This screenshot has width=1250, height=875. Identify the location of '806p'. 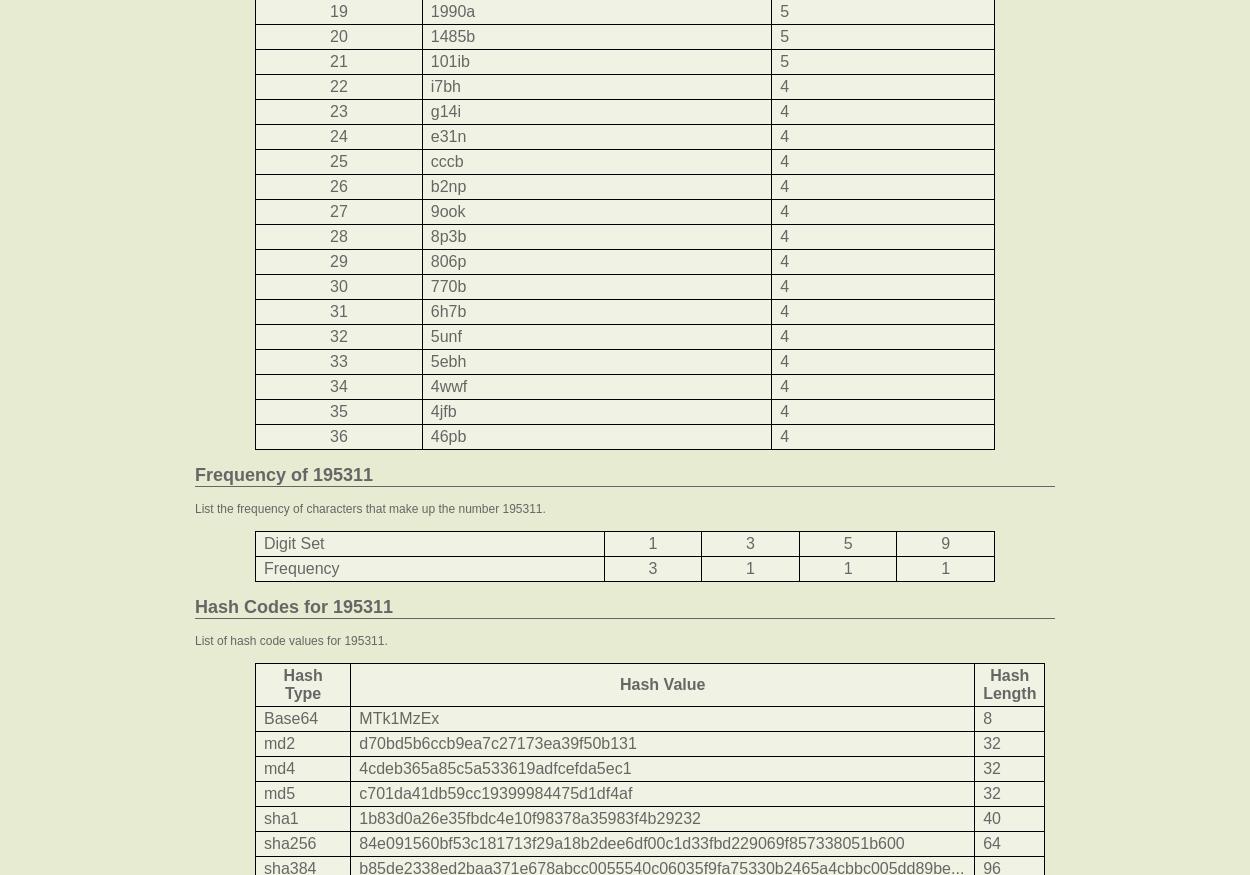
(429, 260).